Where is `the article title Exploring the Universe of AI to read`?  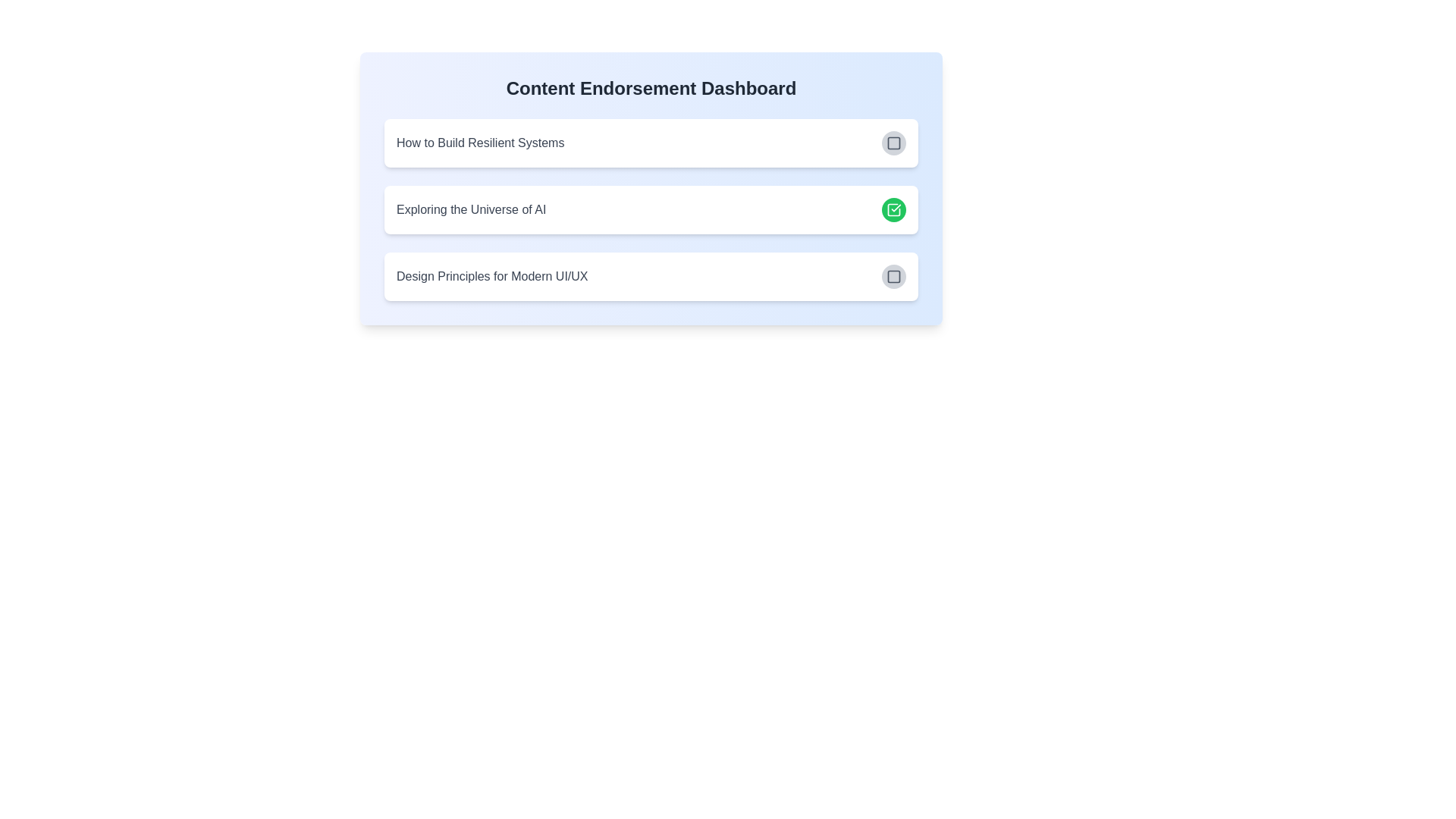
the article title Exploring the Universe of AI to read is located at coordinates (469, 210).